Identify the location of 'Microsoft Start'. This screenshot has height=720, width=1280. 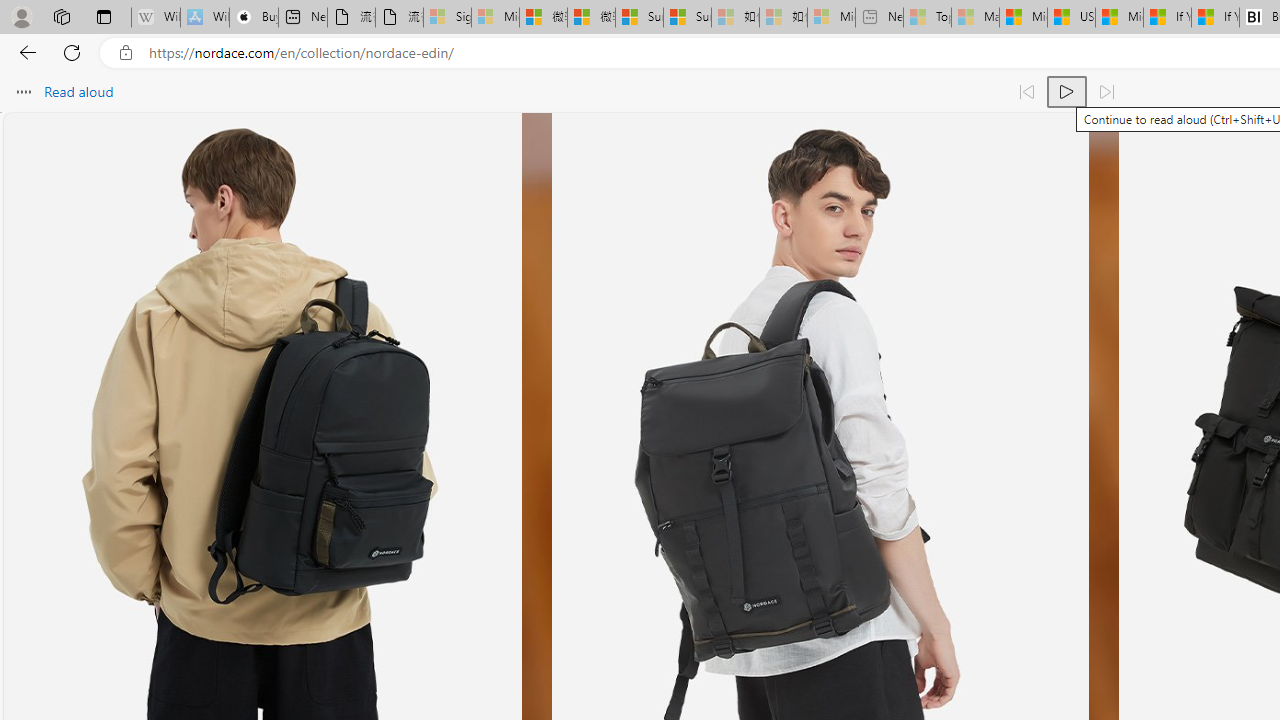
(1118, 17).